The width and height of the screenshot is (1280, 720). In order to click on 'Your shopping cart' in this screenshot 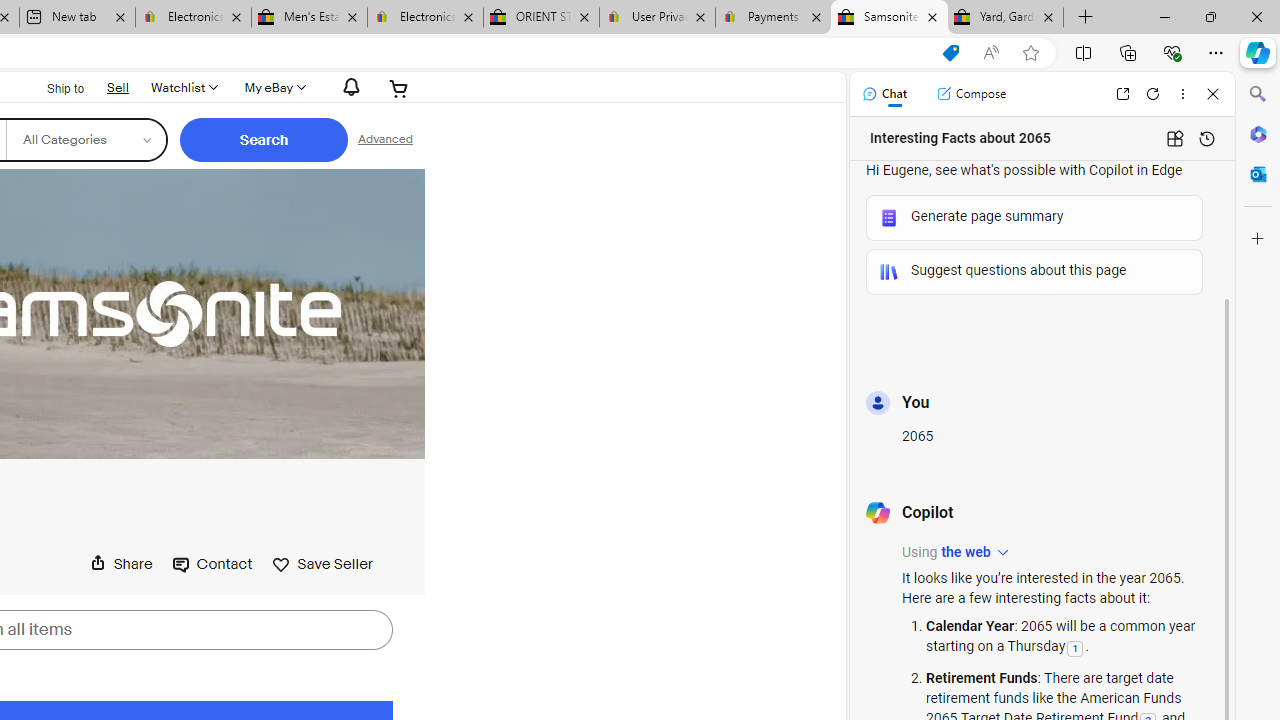, I will do `click(400, 87)`.